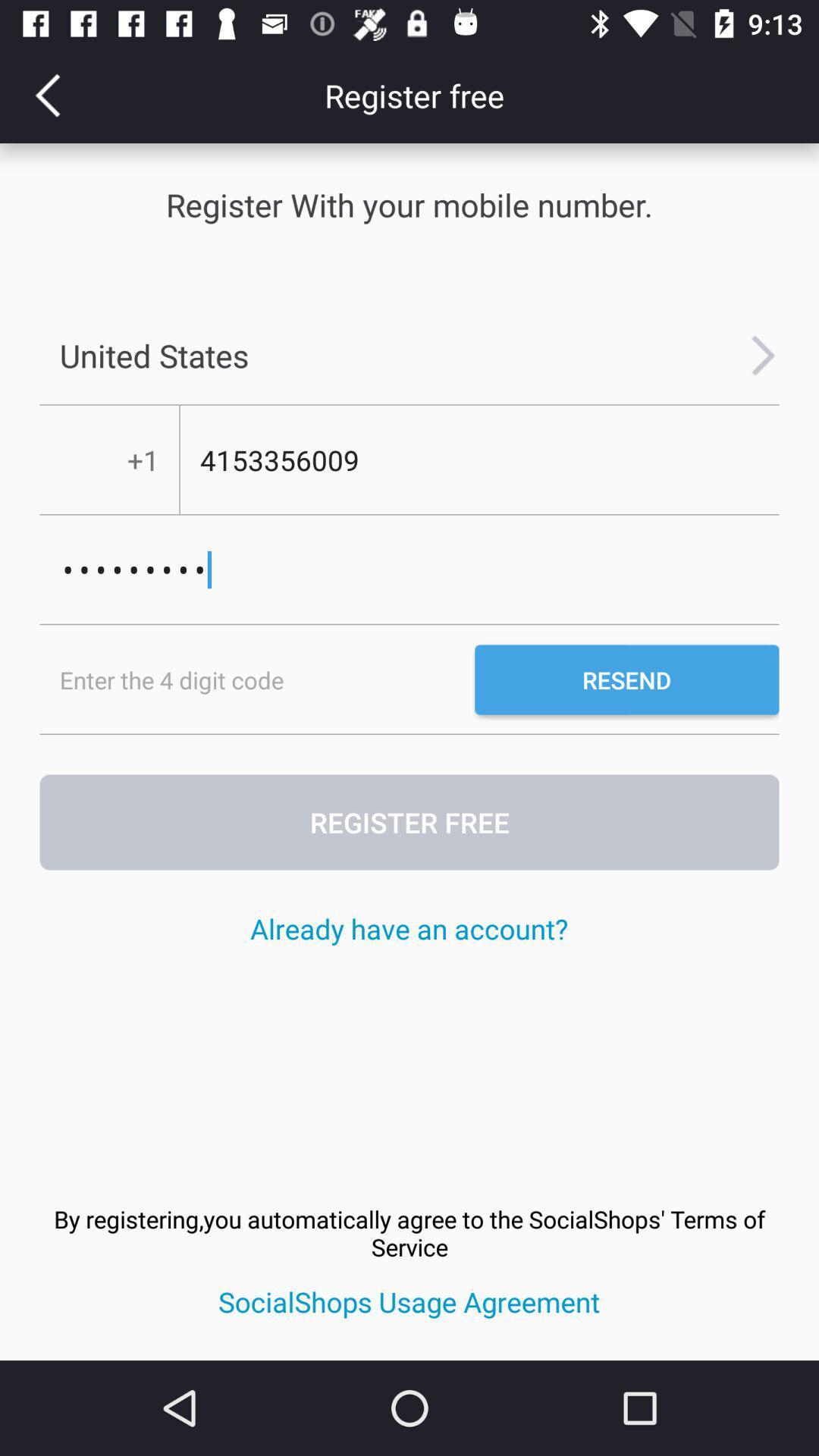 The image size is (819, 1456). What do you see at coordinates (256, 679) in the screenshot?
I see `item on the left` at bounding box center [256, 679].